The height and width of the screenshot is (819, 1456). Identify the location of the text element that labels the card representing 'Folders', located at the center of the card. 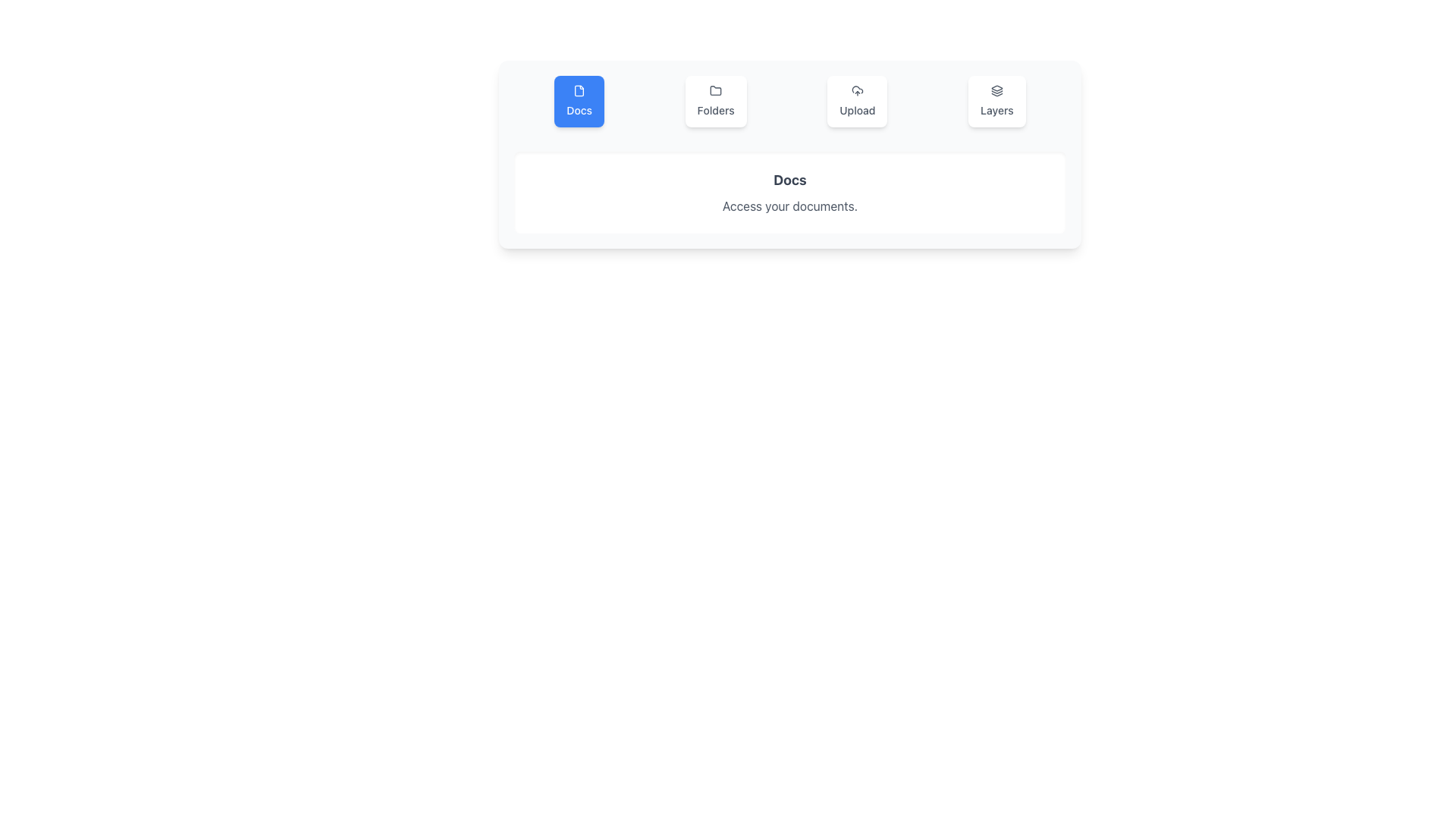
(715, 110).